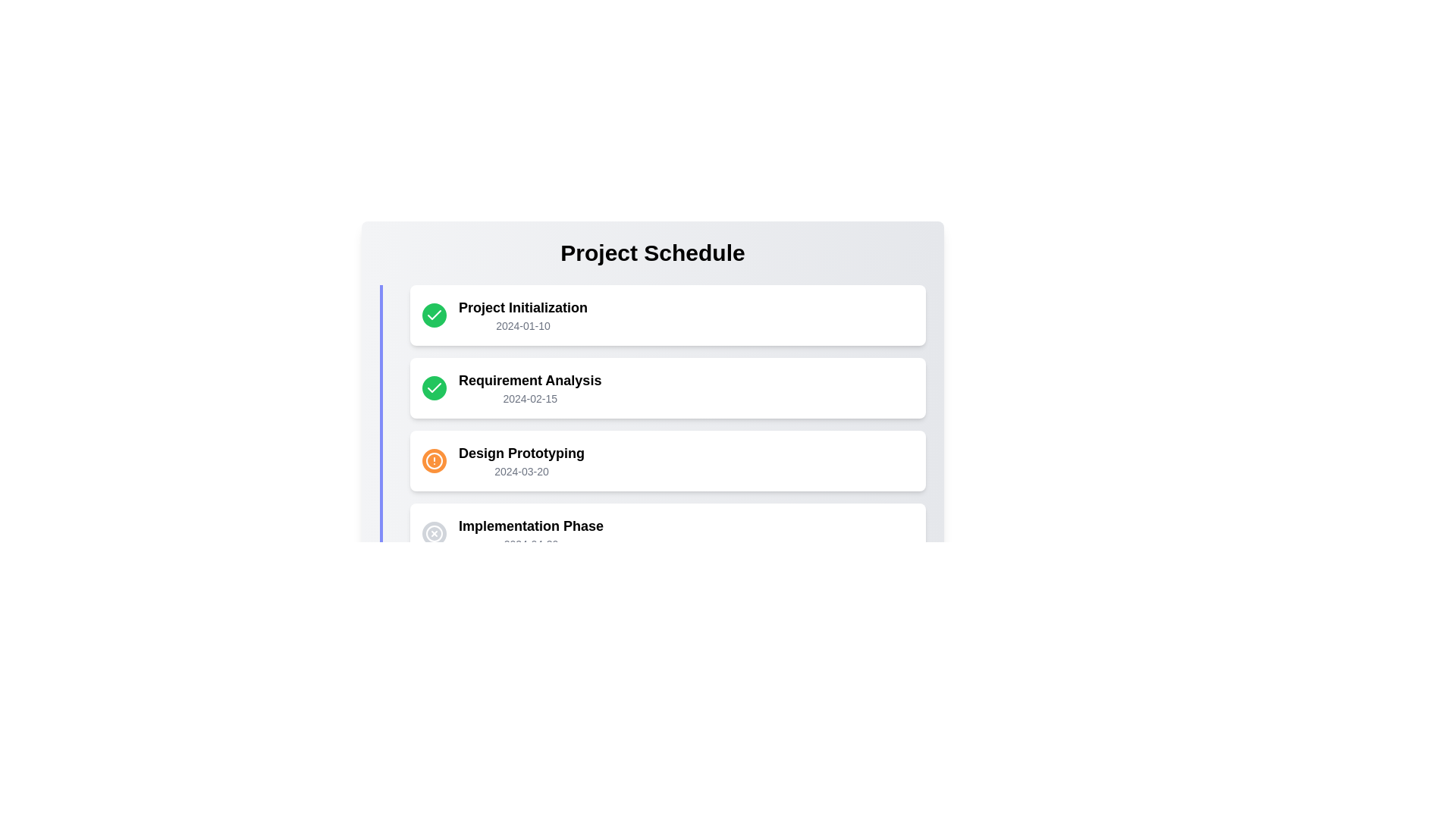 This screenshot has width=1456, height=819. What do you see at coordinates (433, 388) in the screenshot?
I see `the green circular icon with a white checkmark indicating completion, located in the 'Project Initialization' section at the top of the vertical list in the 'Project Schedule' area` at bounding box center [433, 388].